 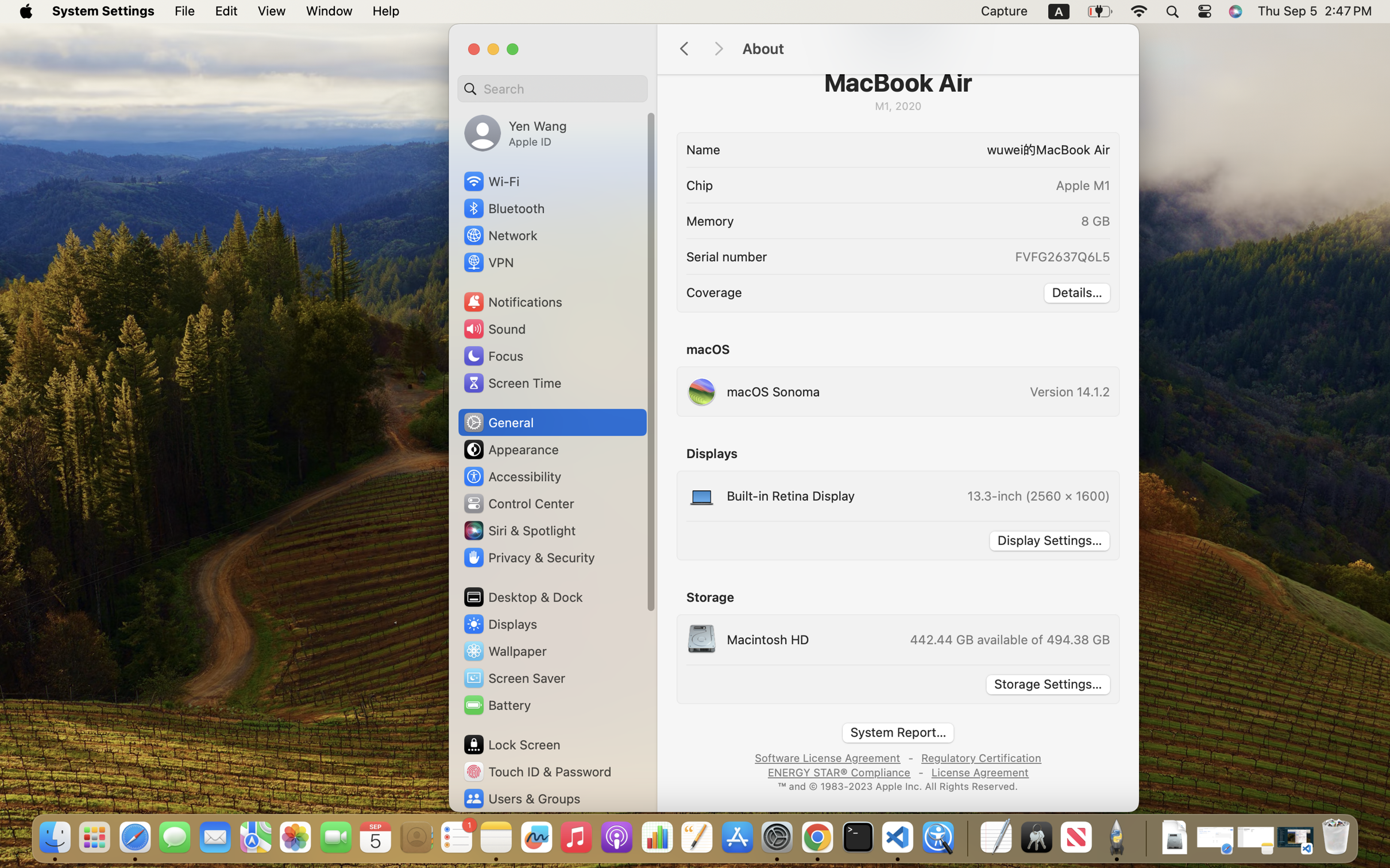 I want to click on 'Screen Saver', so click(x=514, y=677).